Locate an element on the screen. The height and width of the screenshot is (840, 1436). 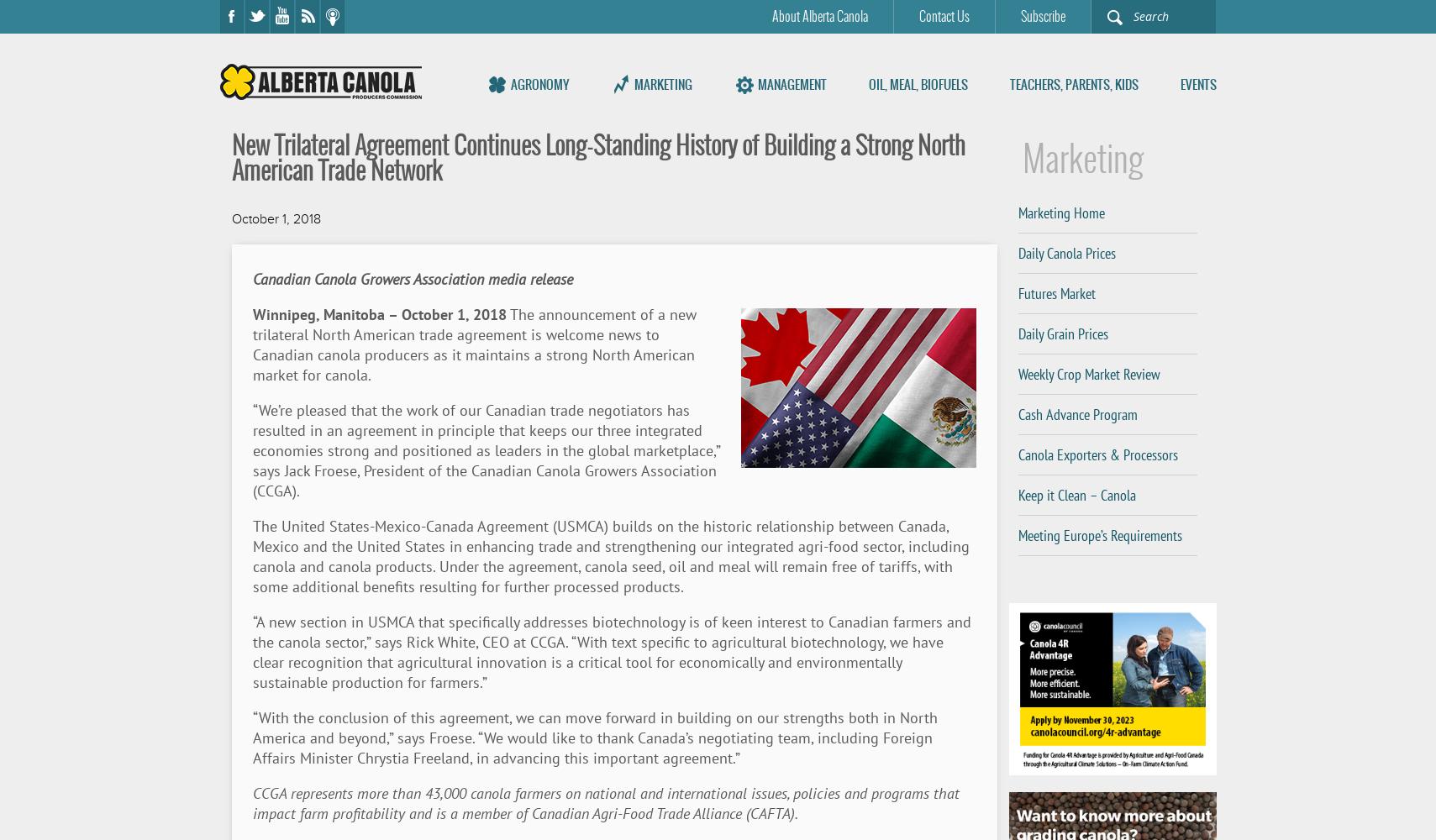
'Teachers, Parents, Kids' is located at coordinates (1073, 83).